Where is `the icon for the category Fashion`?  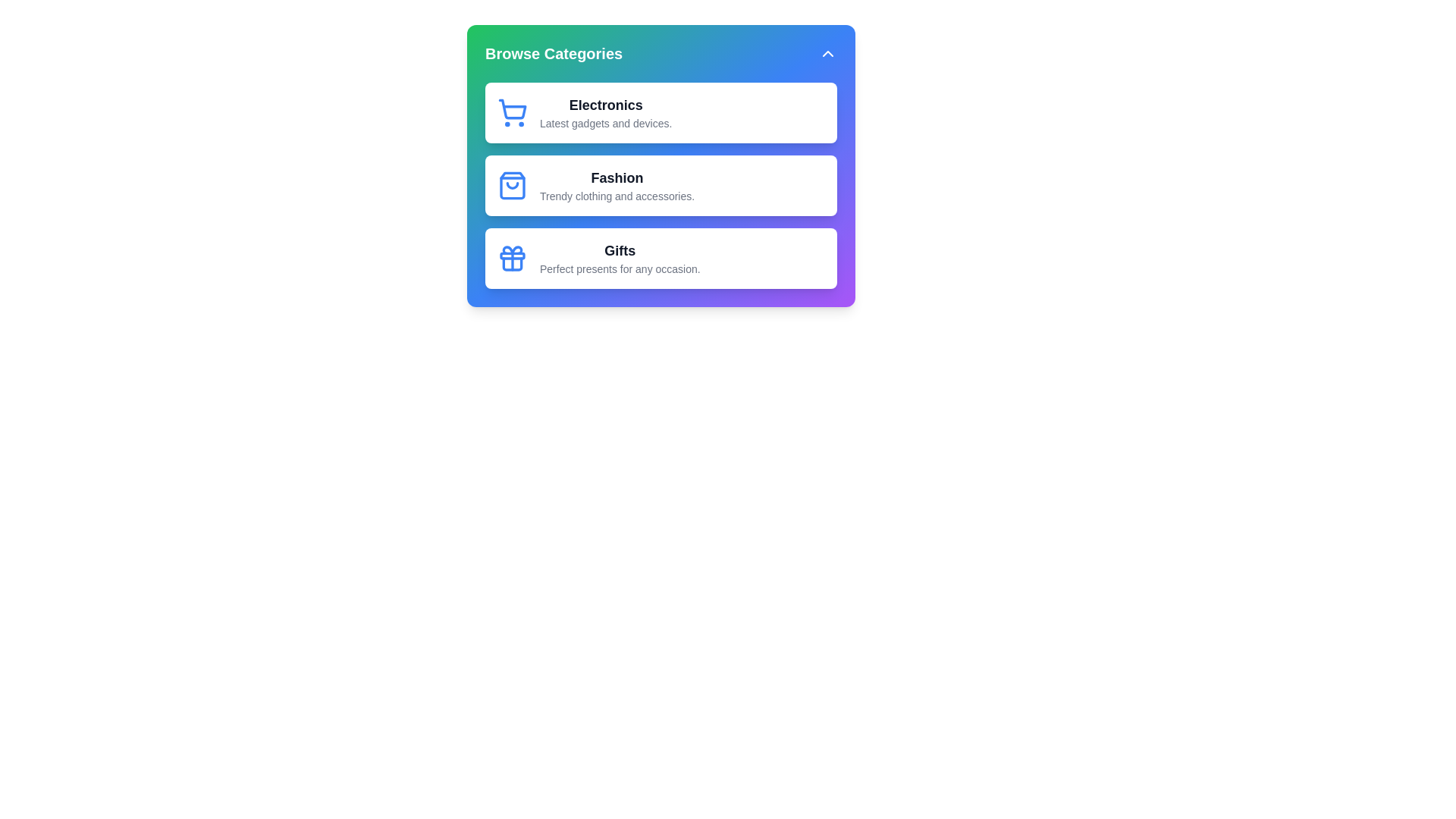
the icon for the category Fashion is located at coordinates (513, 185).